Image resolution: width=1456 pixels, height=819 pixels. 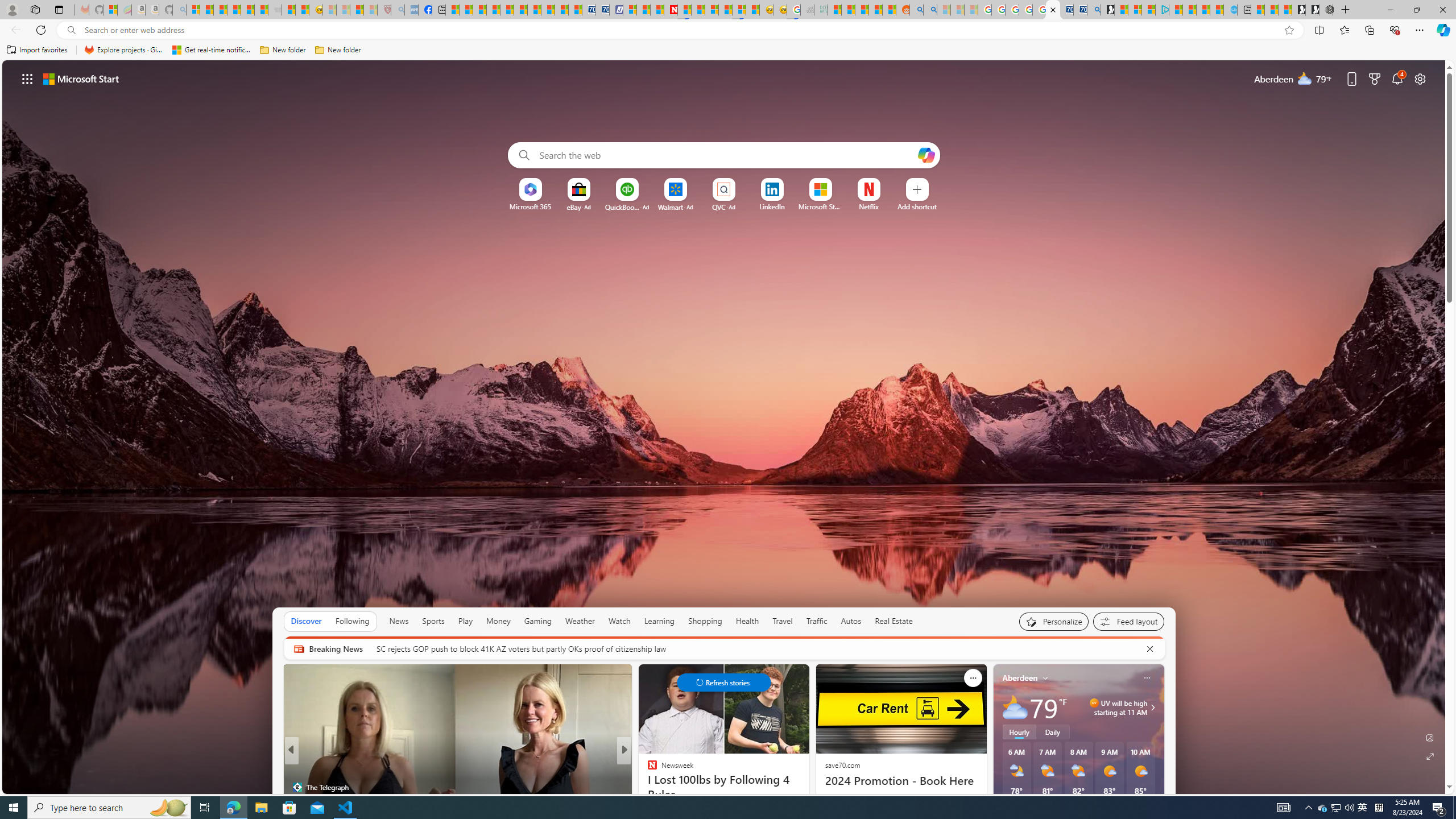 I want to click on 'Money', so click(x=498, y=621).